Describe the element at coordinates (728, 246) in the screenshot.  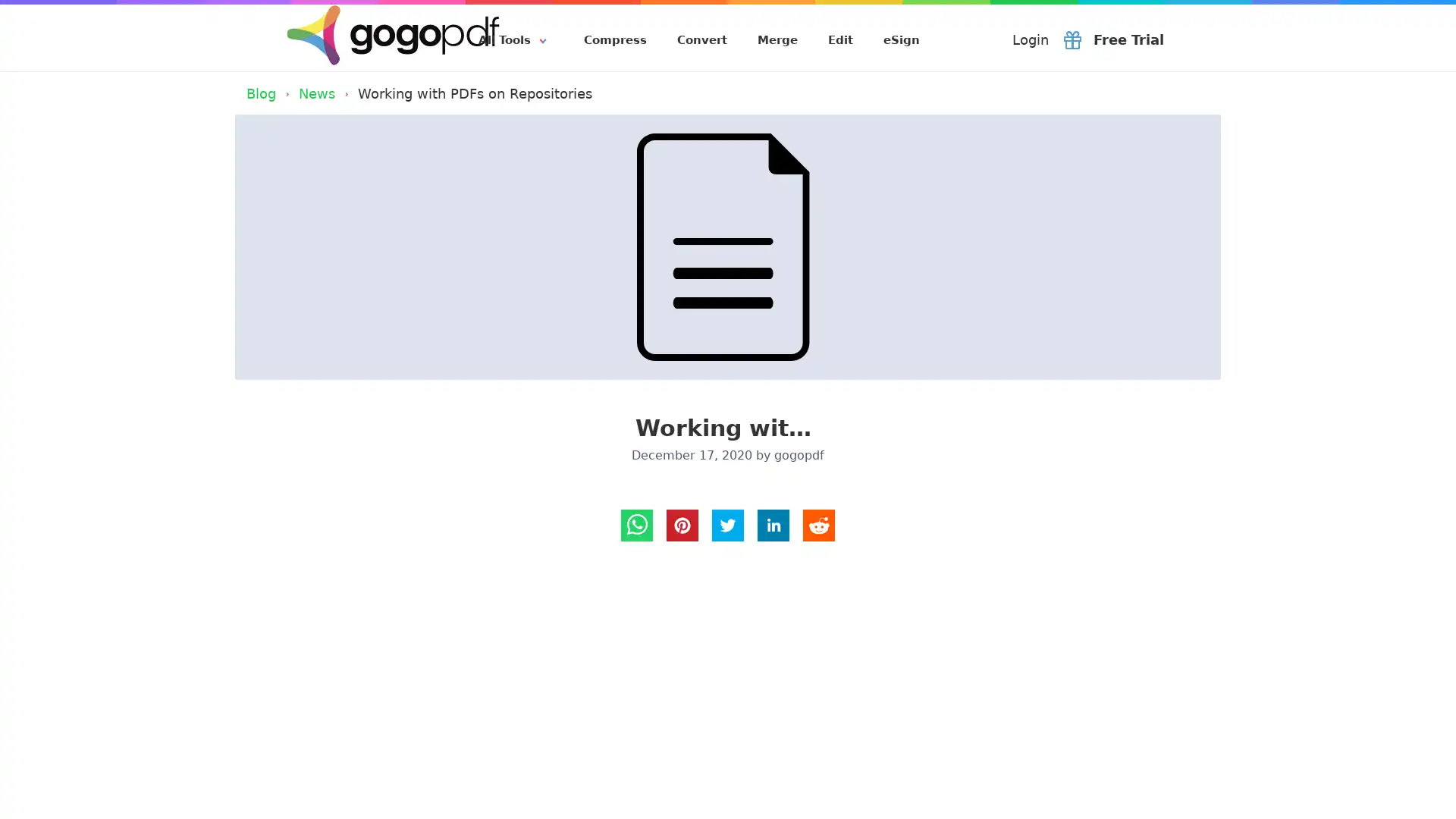
I see `Working with PDFs on Repositories` at that location.